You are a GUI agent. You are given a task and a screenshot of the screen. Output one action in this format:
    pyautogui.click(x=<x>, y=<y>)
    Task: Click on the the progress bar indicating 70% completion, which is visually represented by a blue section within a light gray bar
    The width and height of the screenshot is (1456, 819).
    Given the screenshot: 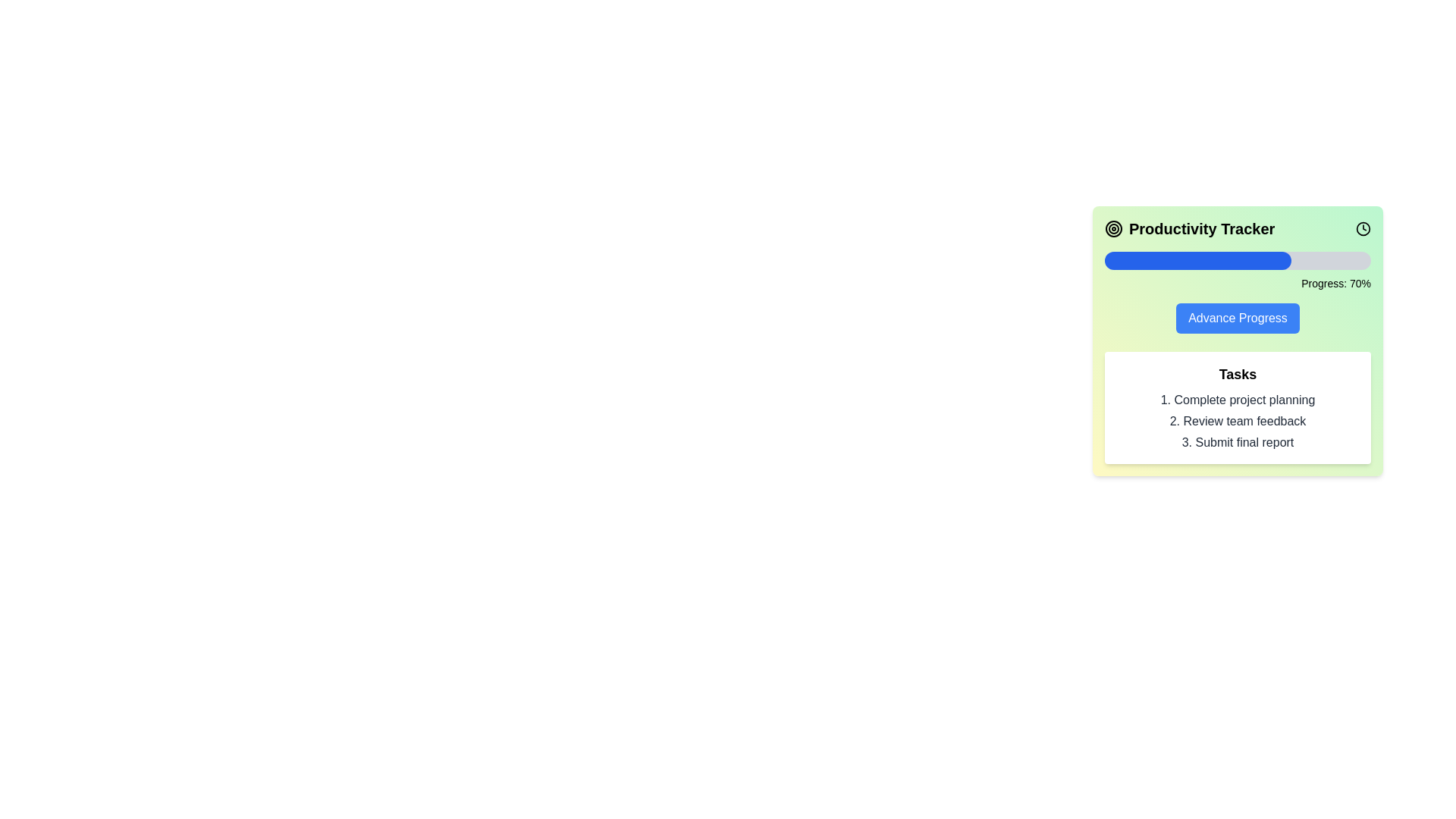 What is the action you would take?
    pyautogui.click(x=1197, y=259)
    